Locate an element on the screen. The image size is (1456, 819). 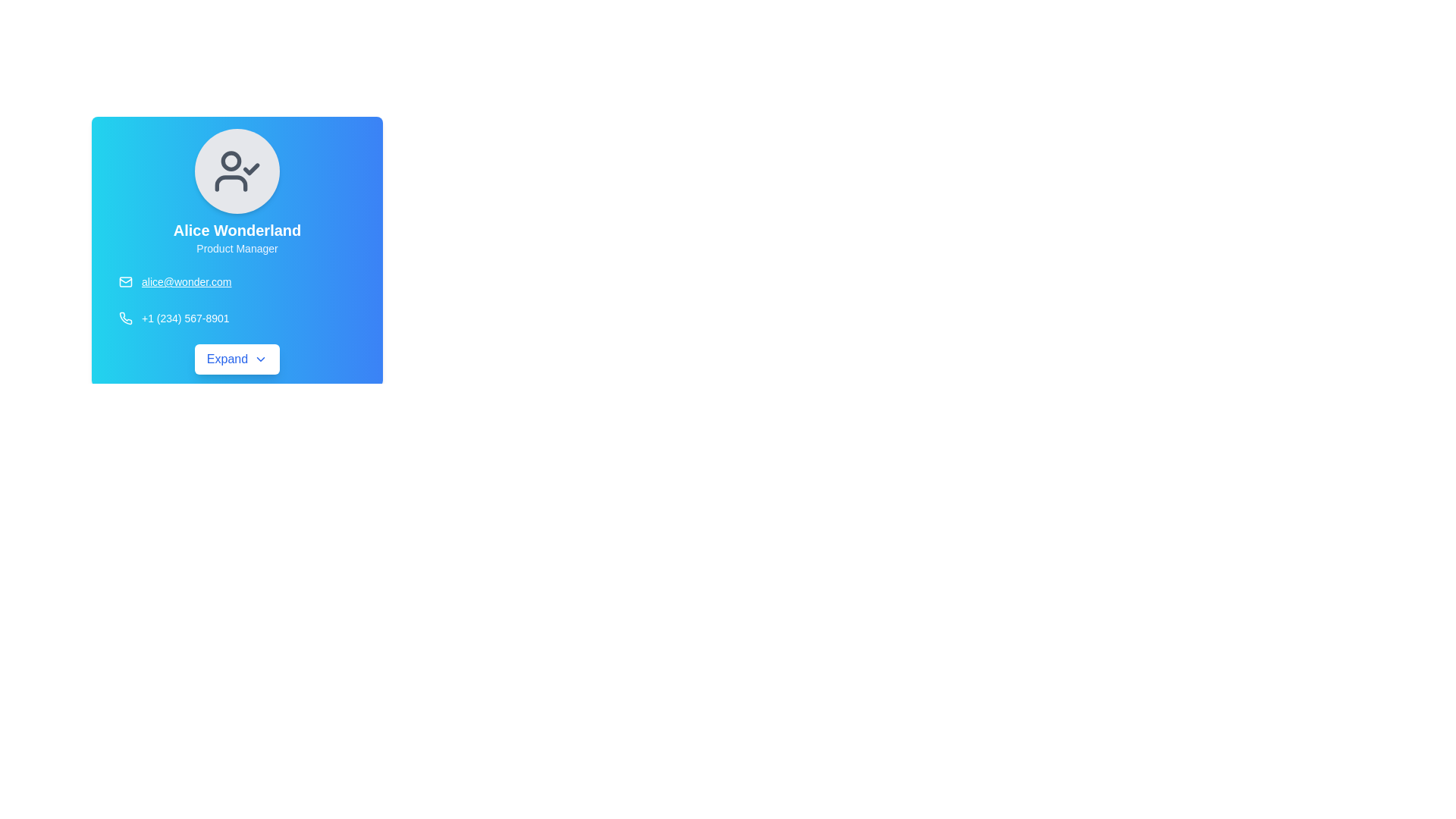
the torso icon section of the user profile, which is located at the top center of the profile card is located at coordinates (231, 183).